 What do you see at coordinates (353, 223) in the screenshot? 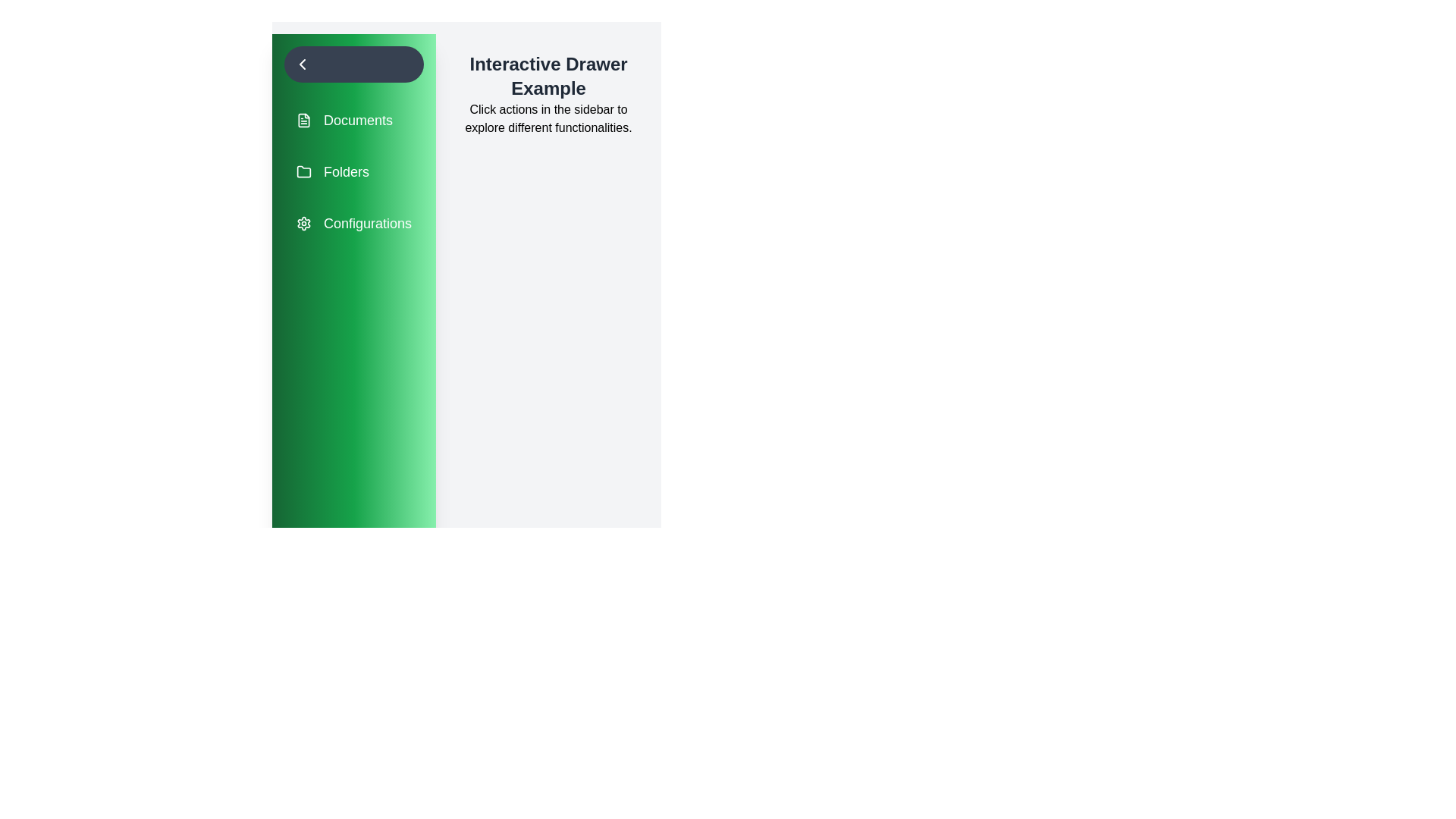
I see `the menu item Configurations to navigate to the corresponding section` at bounding box center [353, 223].